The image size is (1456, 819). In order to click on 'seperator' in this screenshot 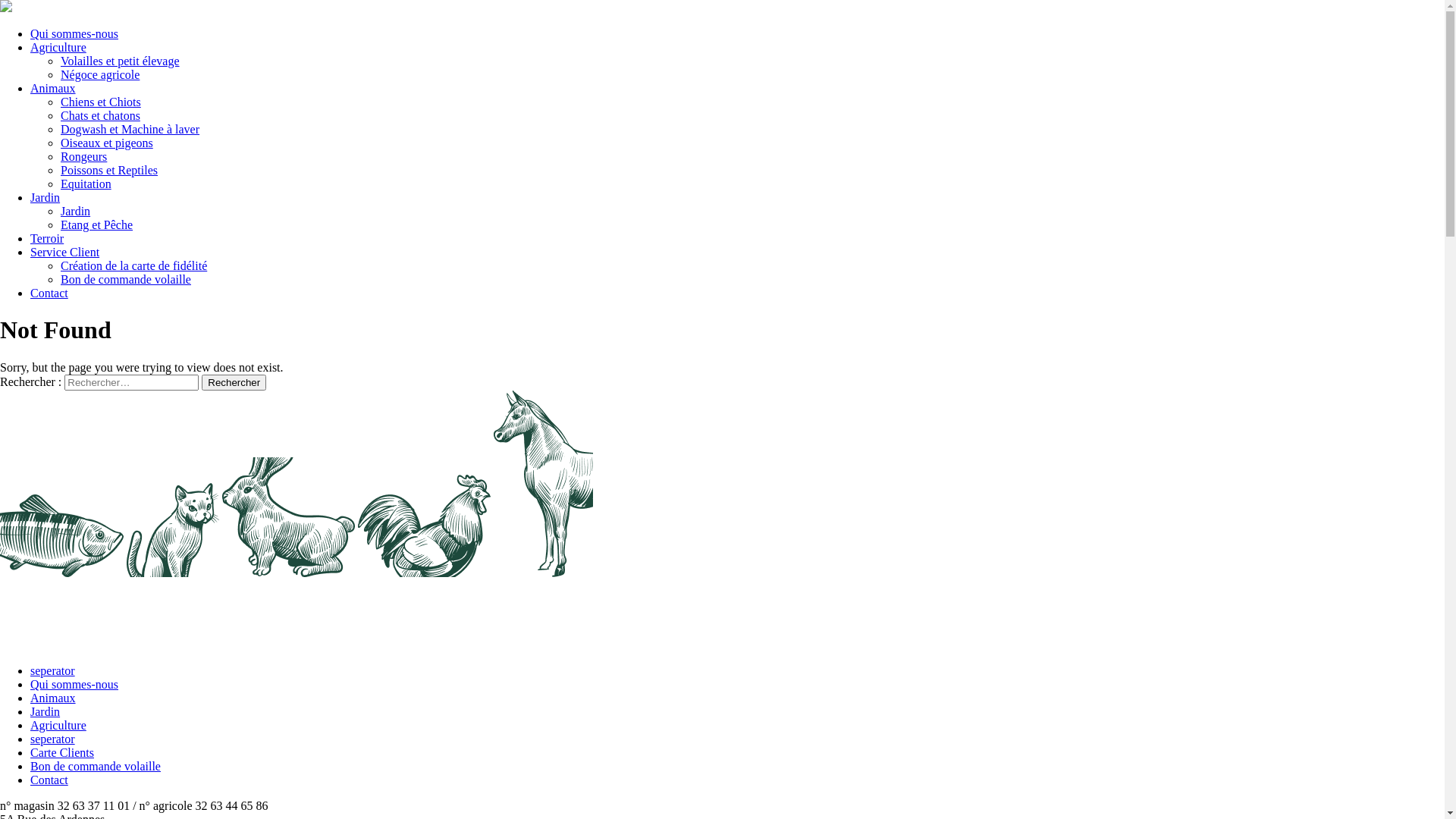, I will do `click(52, 738)`.